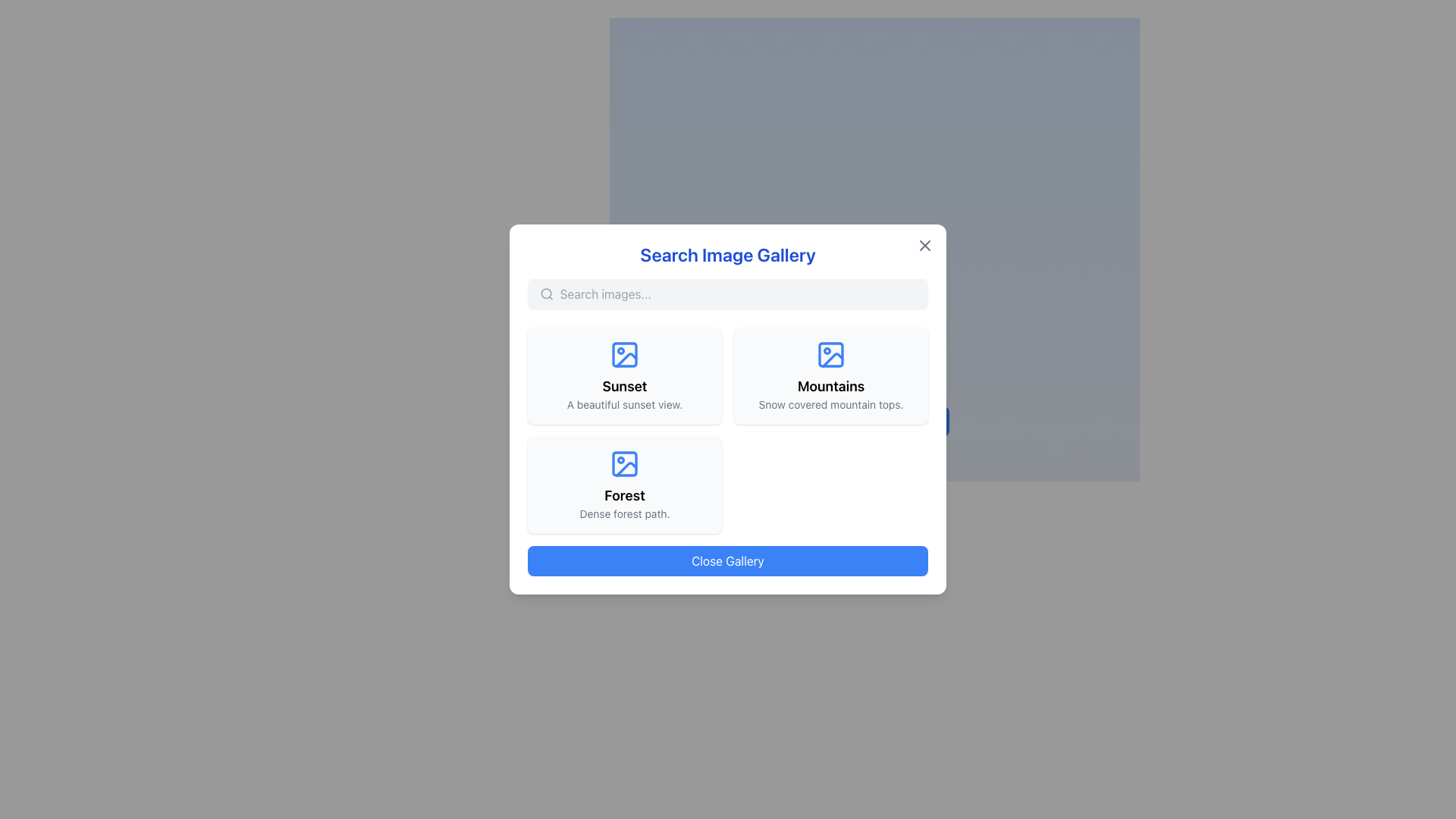 Image resolution: width=1456 pixels, height=819 pixels. What do you see at coordinates (625, 403) in the screenshot?
I see `the text block that describes 'A beautiful sunset view.' which is styled in gray color and smaller font size, positioned below the title 'Sunset'` at bounding box center [625, 403].